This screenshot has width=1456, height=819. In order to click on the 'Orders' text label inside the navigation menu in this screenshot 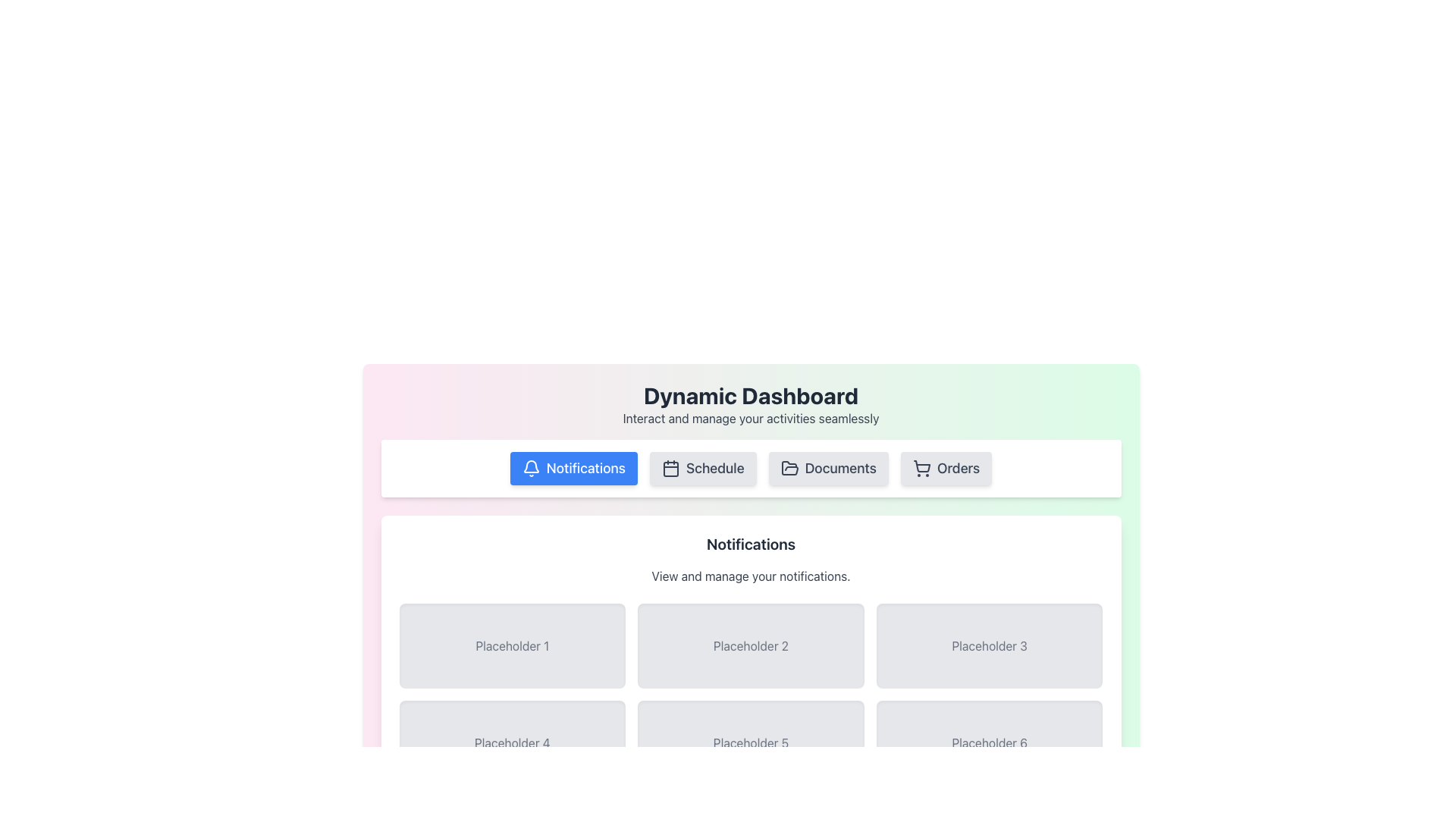, I will do `click(958, 467)`.